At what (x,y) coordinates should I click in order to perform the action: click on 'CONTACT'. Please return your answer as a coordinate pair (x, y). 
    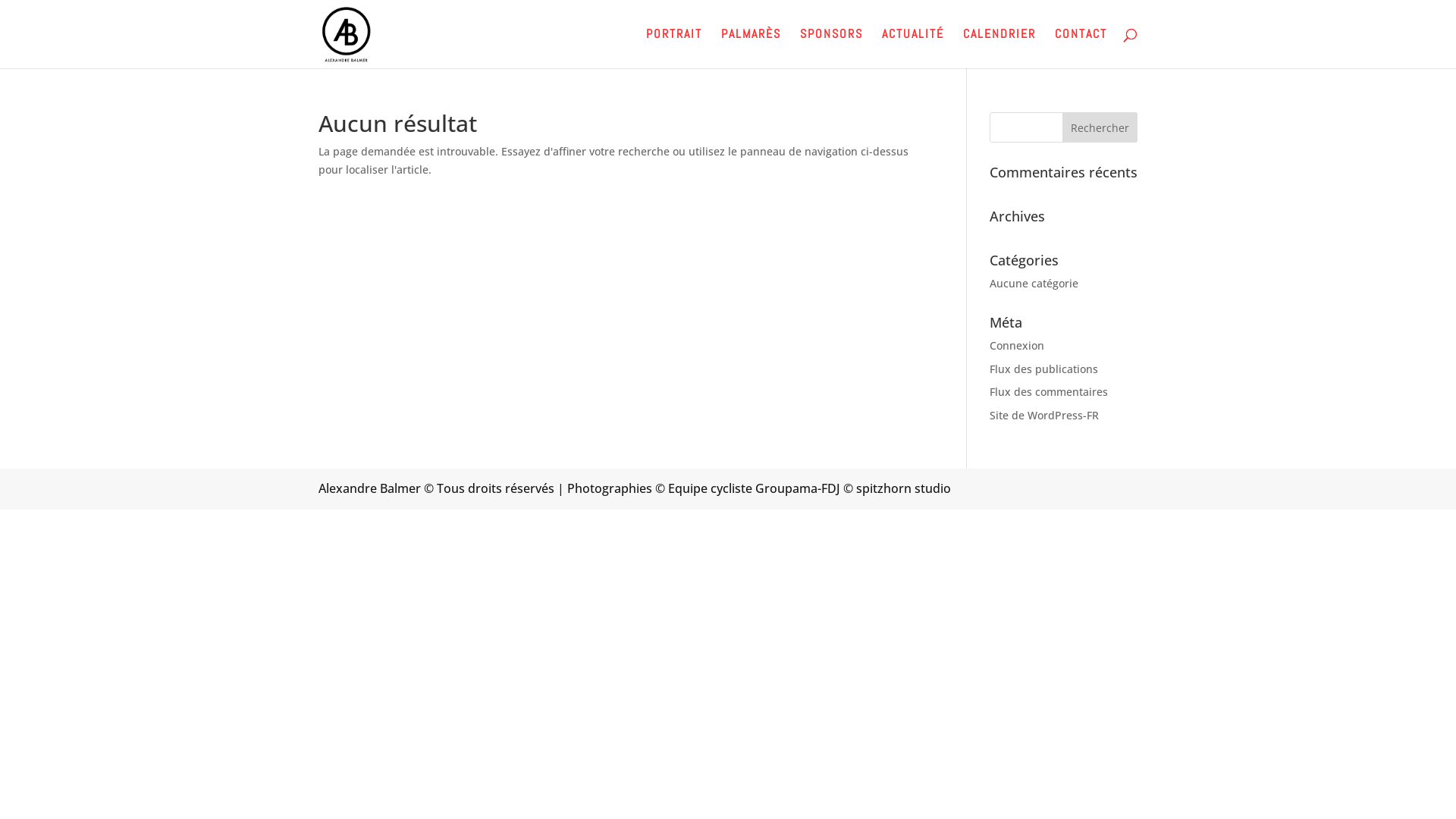
    Looking at the image, I should click on (1080, 48).